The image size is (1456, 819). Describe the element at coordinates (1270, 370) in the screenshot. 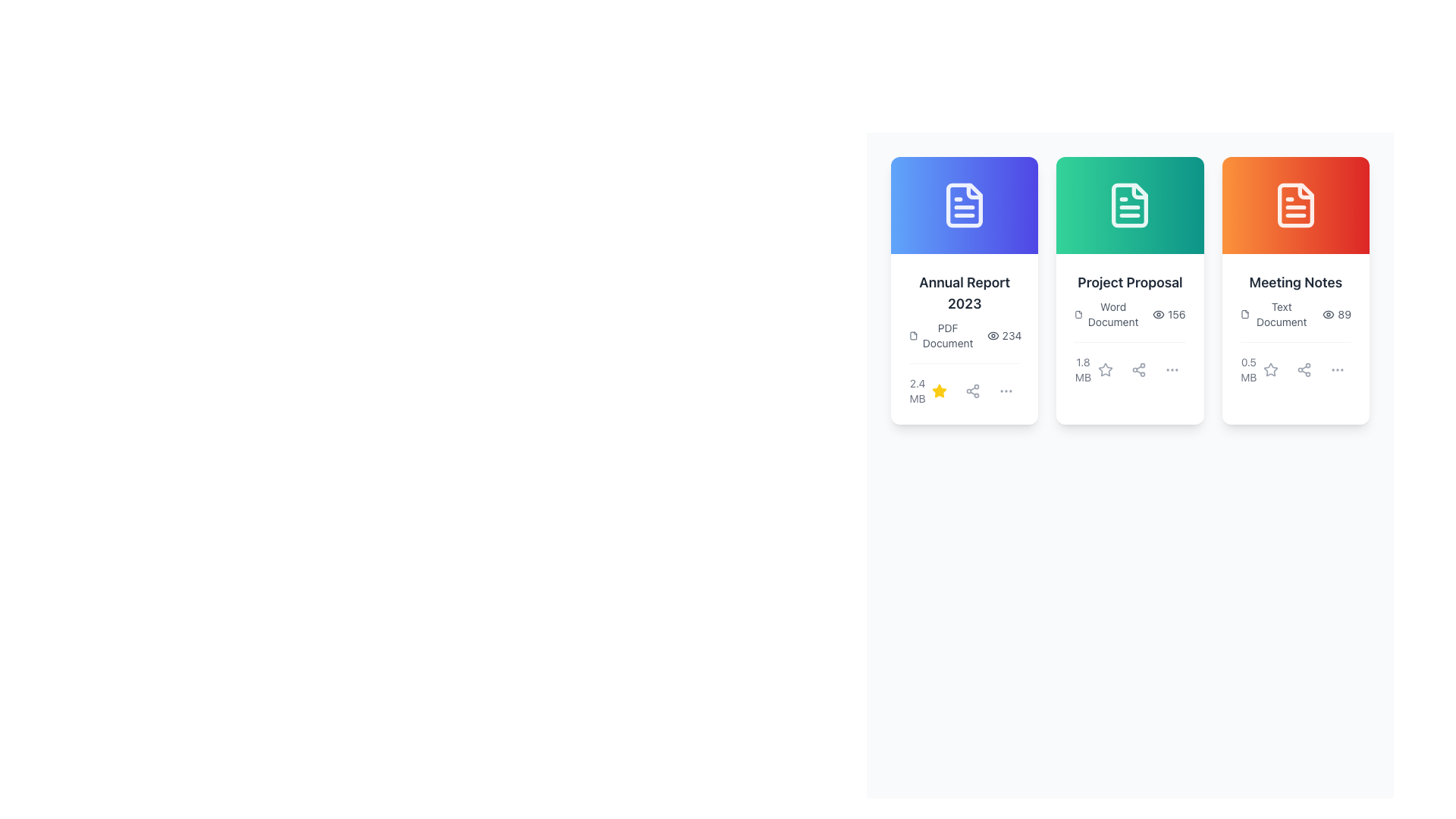

I see `the star icon outlined in gray located in the bottom section of the third card below the text 'Meeting Notes' to mark the item as favorite` at that location.